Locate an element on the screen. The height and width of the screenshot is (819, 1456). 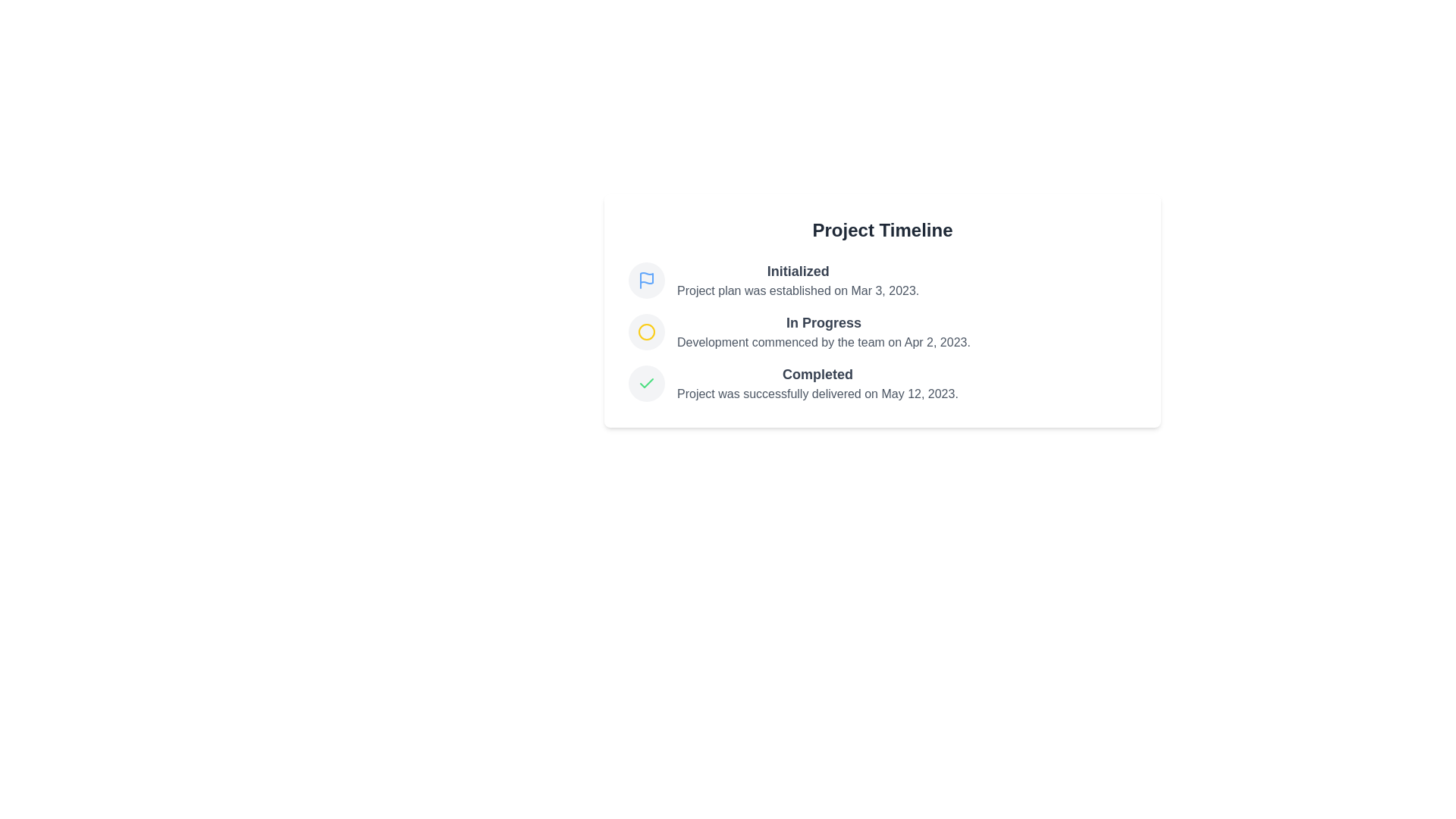
the checkmark icon indicating the 'Completed' state in the third row of the 'Project Timeline' section to visually represent task completion is located at coordinates (647, 382).